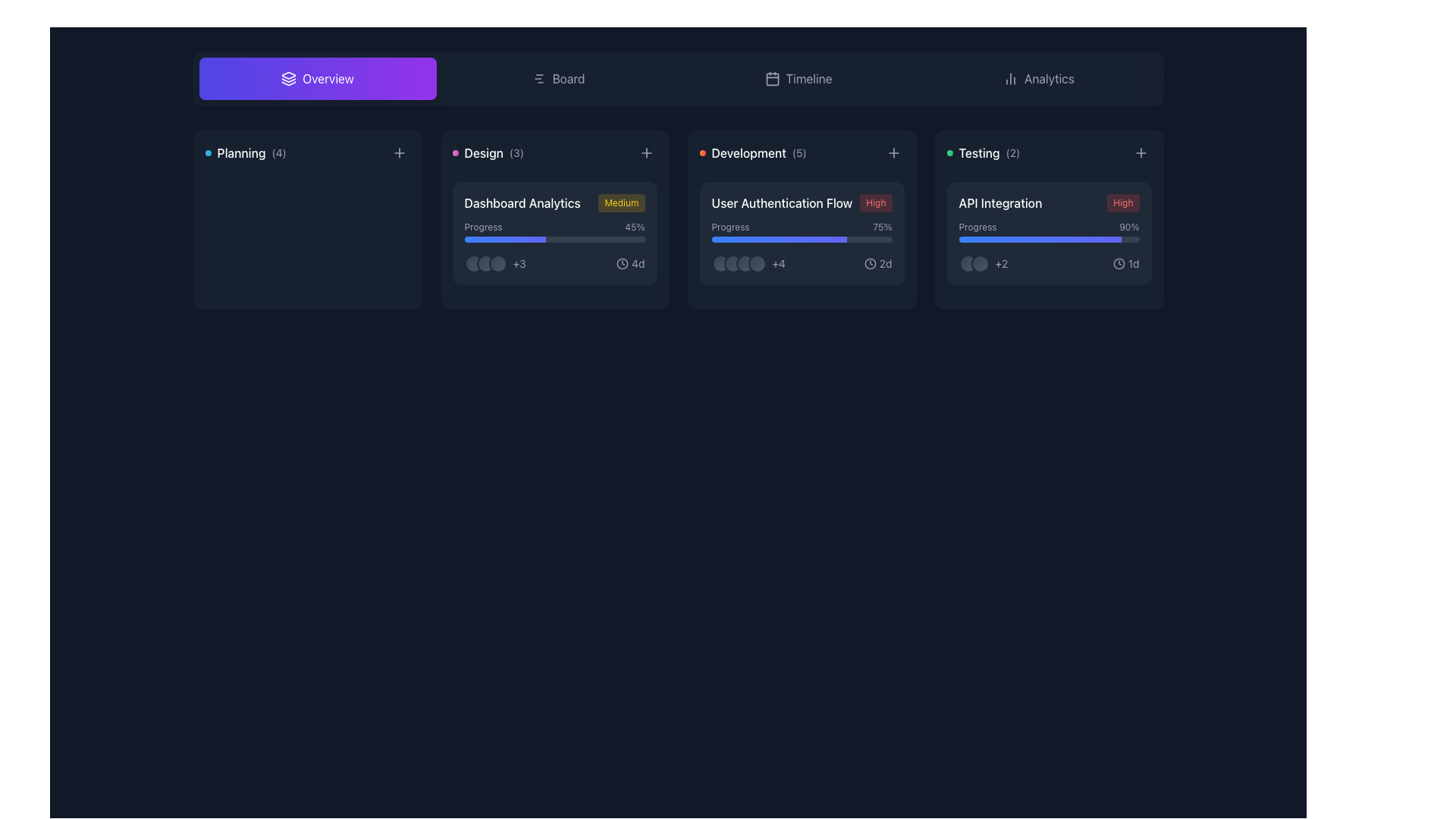 The image size is (1456, 819). I want to click on the label that displays 'API Integration' with a red badge 'High', which is positioned at the top of the fourth column under the 'Testing' section, so click(1048, 202).